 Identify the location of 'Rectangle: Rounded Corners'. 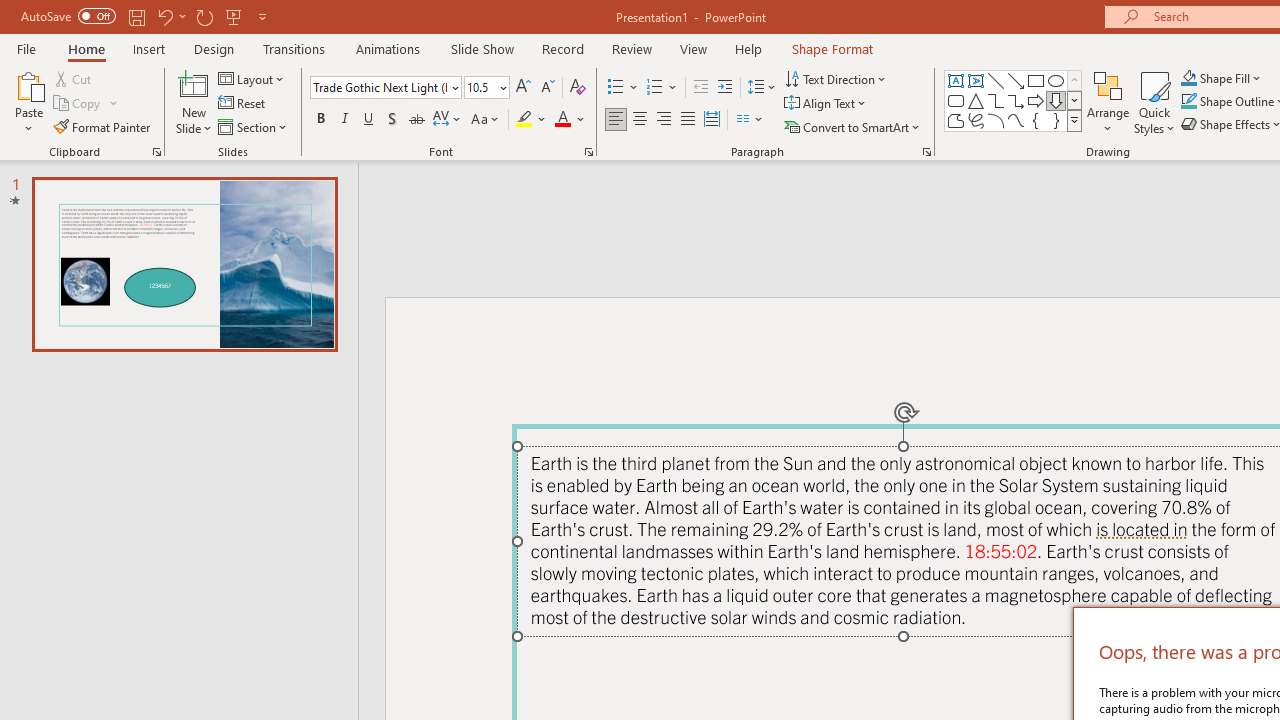
(955, 100).